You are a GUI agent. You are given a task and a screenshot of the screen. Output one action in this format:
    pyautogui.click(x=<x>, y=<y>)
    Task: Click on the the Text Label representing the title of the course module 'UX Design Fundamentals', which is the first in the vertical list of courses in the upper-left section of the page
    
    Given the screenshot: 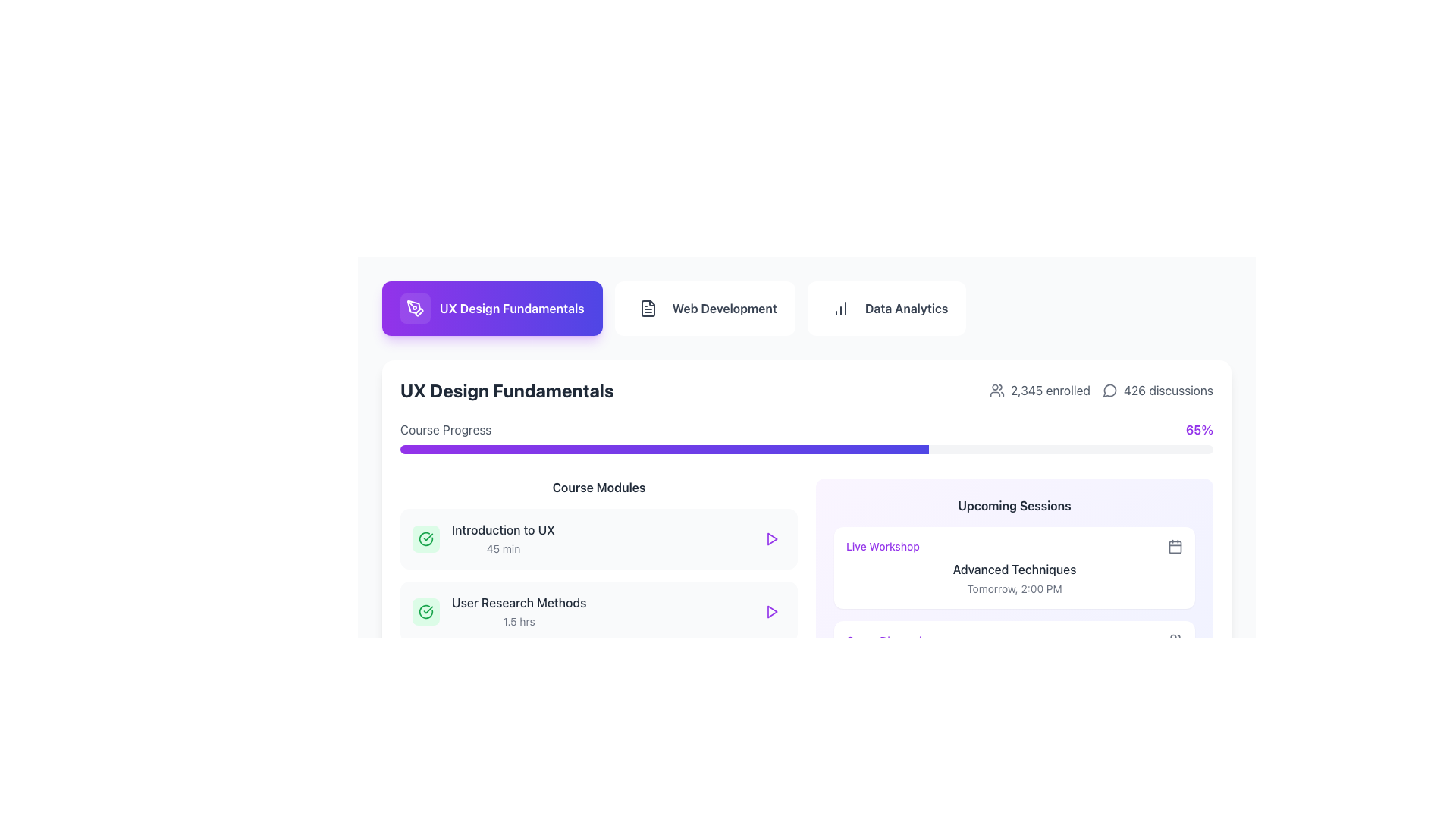 What is the action you would take?
    pyautogui.click(x=503, y=529)
    